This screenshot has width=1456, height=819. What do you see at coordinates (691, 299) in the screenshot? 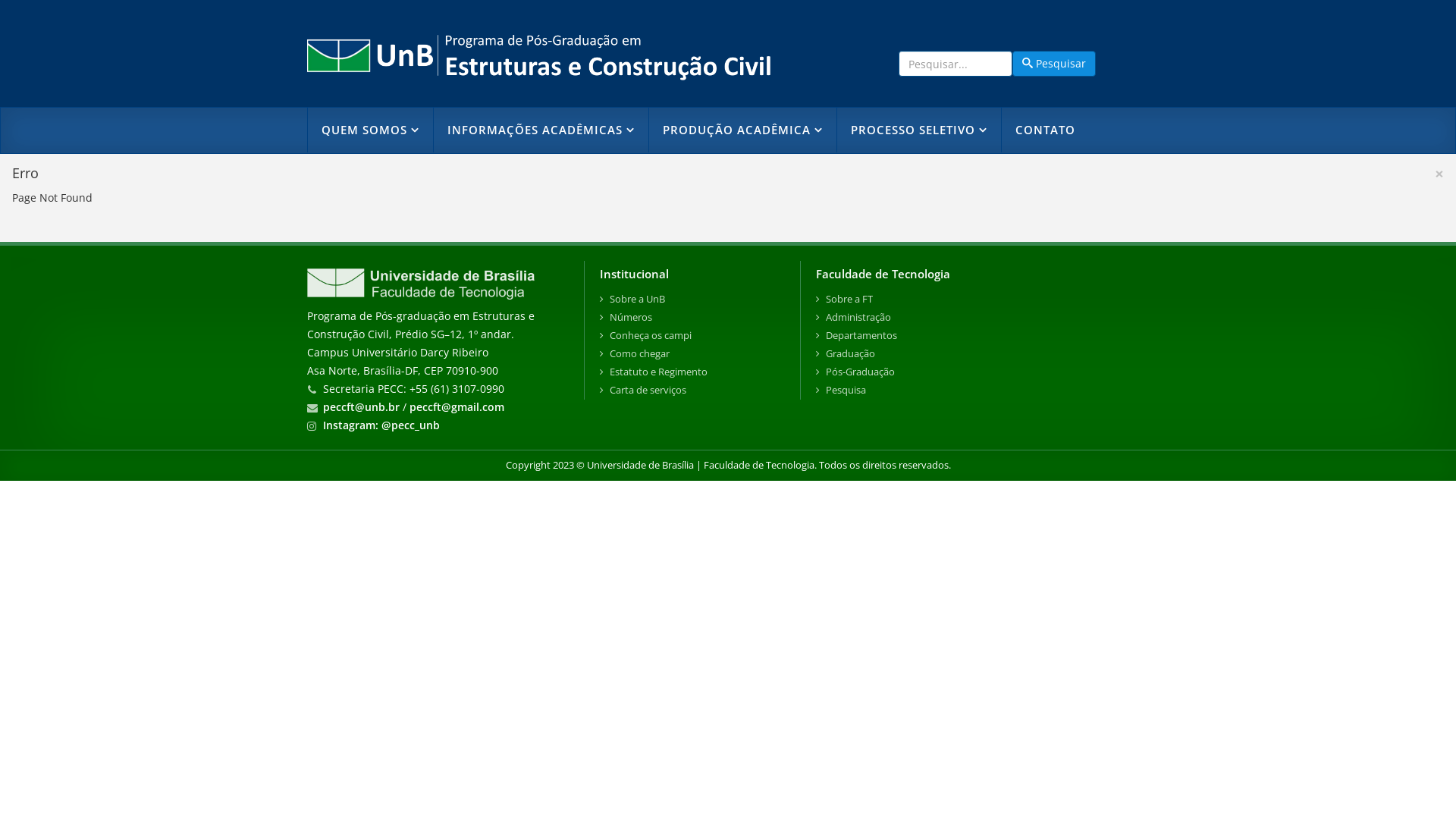
I see `'Sobre a UnB'` at bounding box center [691, 299].